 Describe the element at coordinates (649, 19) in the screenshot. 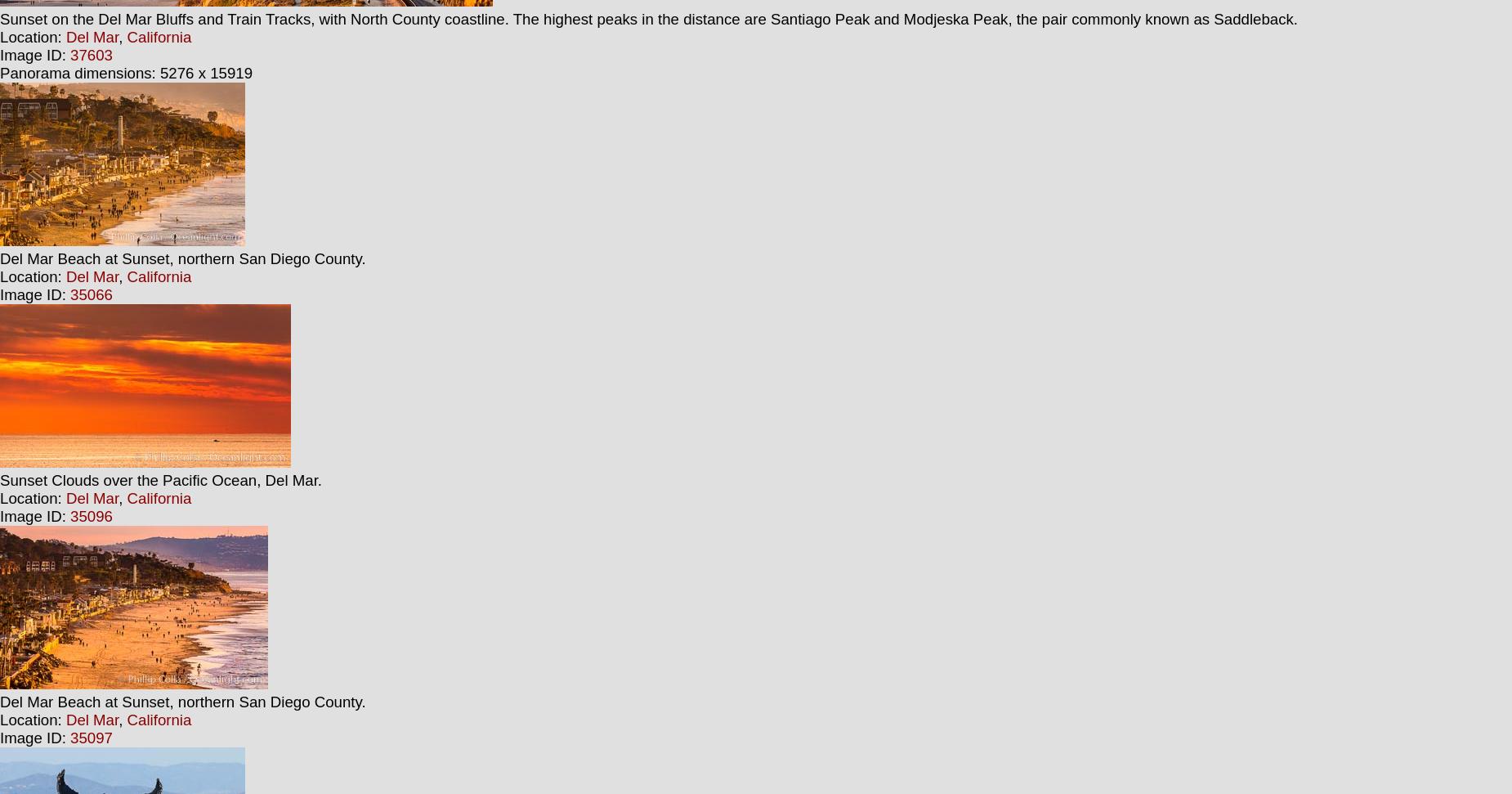

I see `'Sunset on the Del Mar Bluffs and Train Tracks, with North County coastline. The highest peaks in the distance are Santiago Peak and Modjeska Peak, the pair commonly known as Saddleback.'` at that location.